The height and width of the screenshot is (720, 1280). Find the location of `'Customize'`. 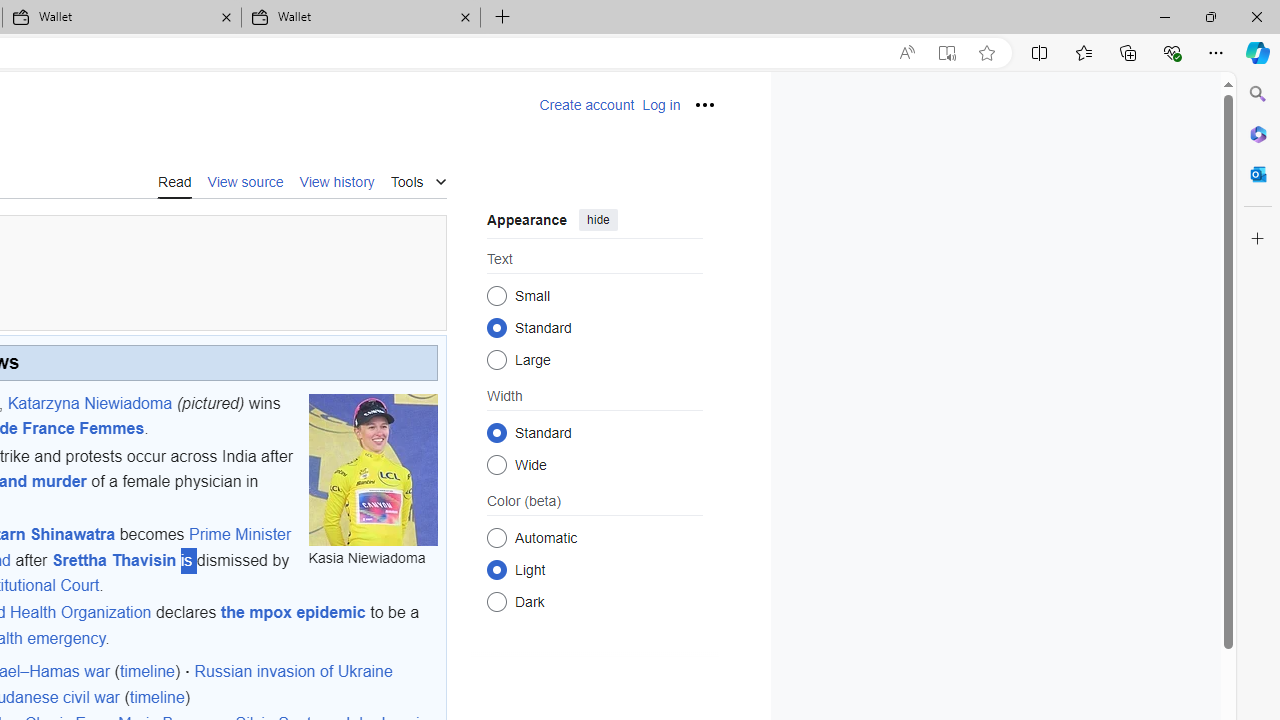

'Customize' is located at coordinates (1257, 238).